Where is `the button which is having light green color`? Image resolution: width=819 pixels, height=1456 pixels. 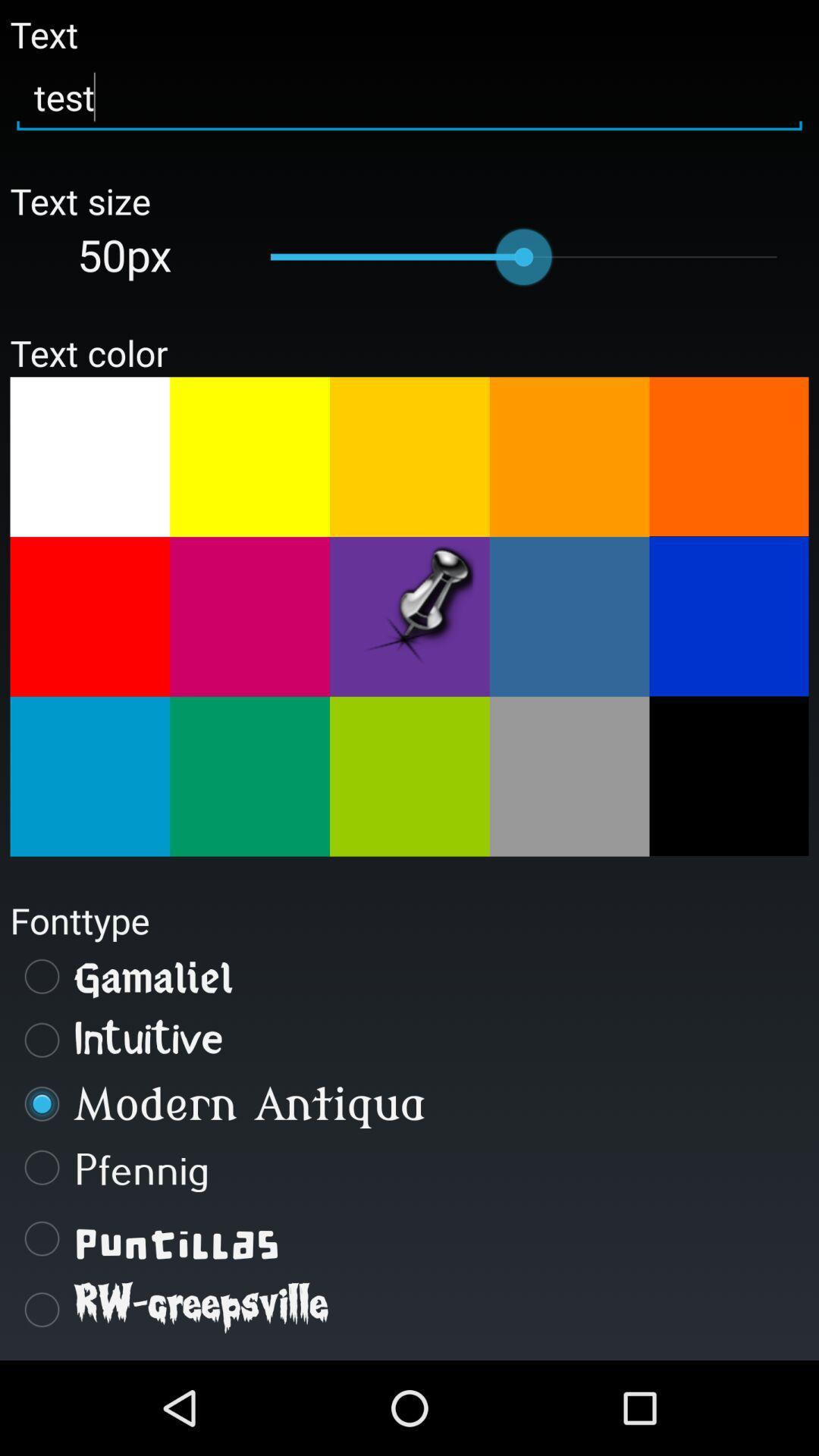 the button which is having light green color is located at coordinates (409, 777).